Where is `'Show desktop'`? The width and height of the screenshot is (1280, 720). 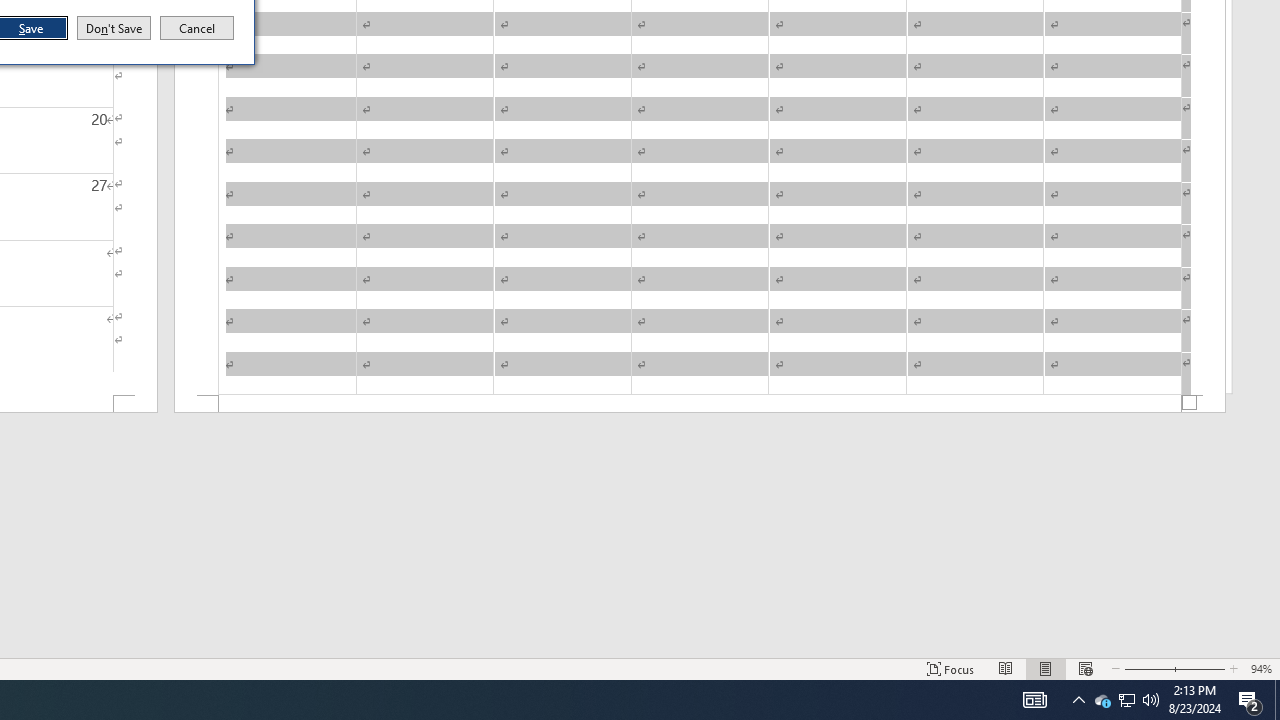 'Show desktop' is located at coordinates (1276, 698).